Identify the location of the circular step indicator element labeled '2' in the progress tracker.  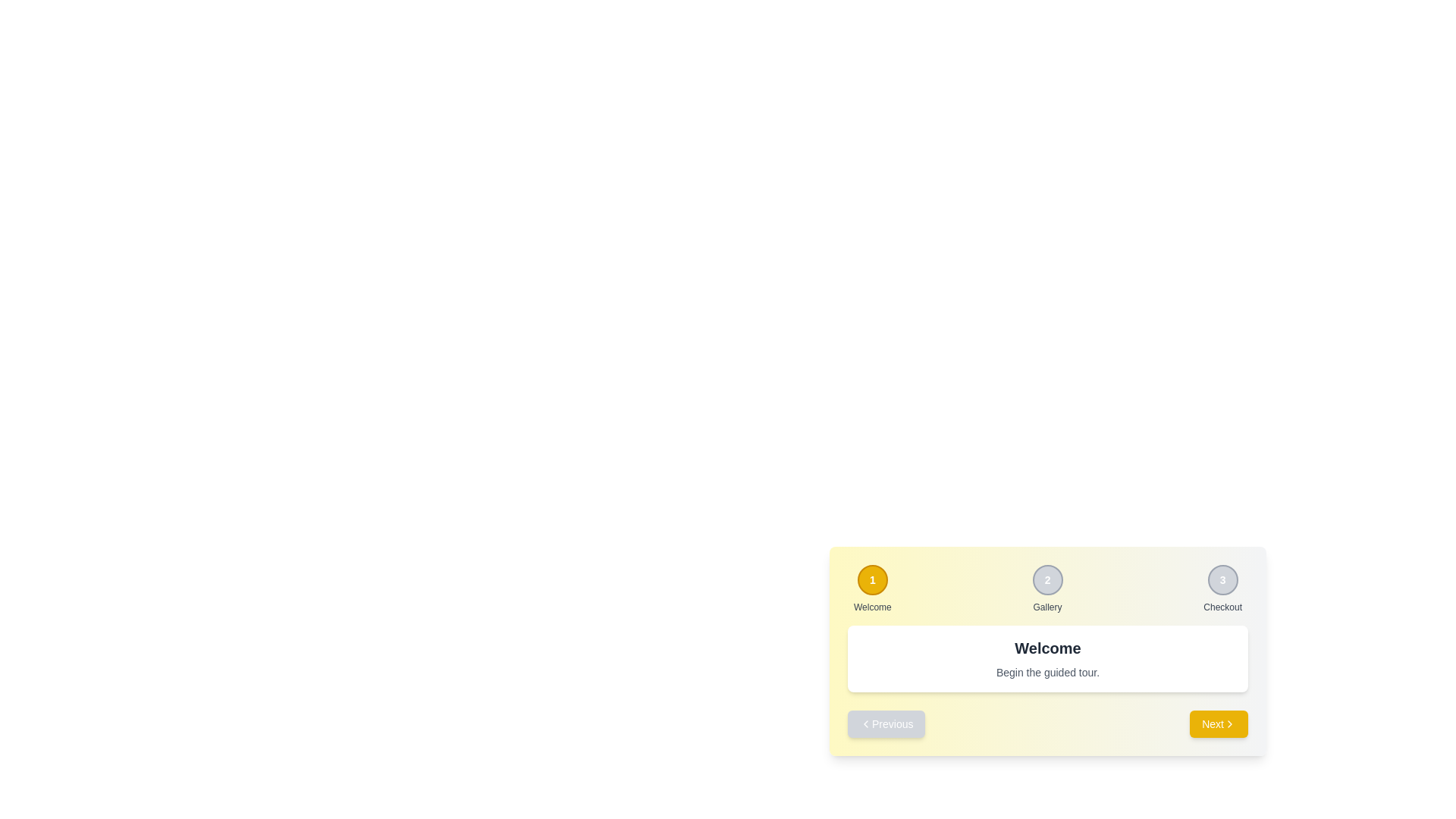
(1047, 595).